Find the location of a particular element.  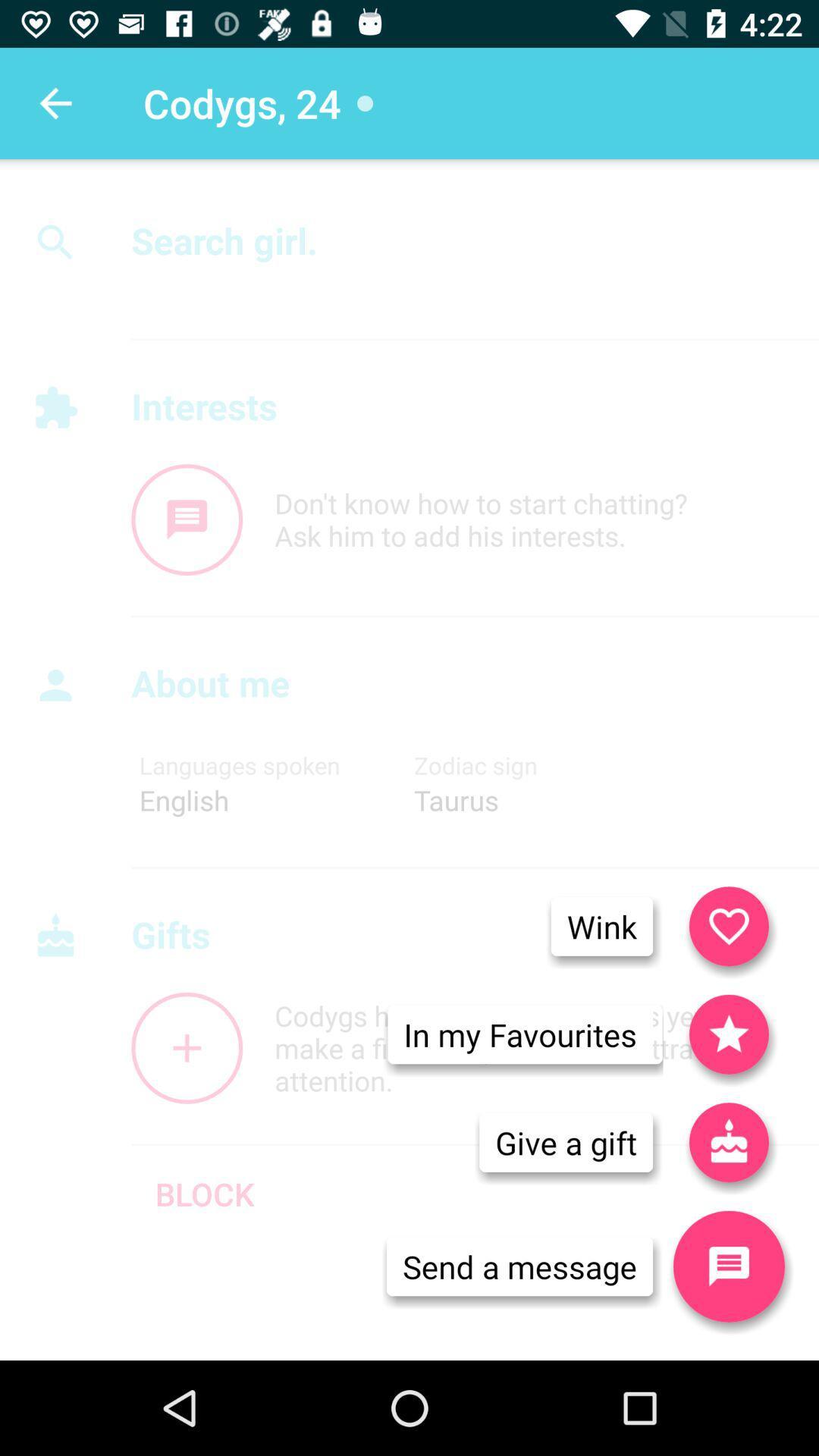

the icon to the right of give a gift is located at coordinates (728, 1266).